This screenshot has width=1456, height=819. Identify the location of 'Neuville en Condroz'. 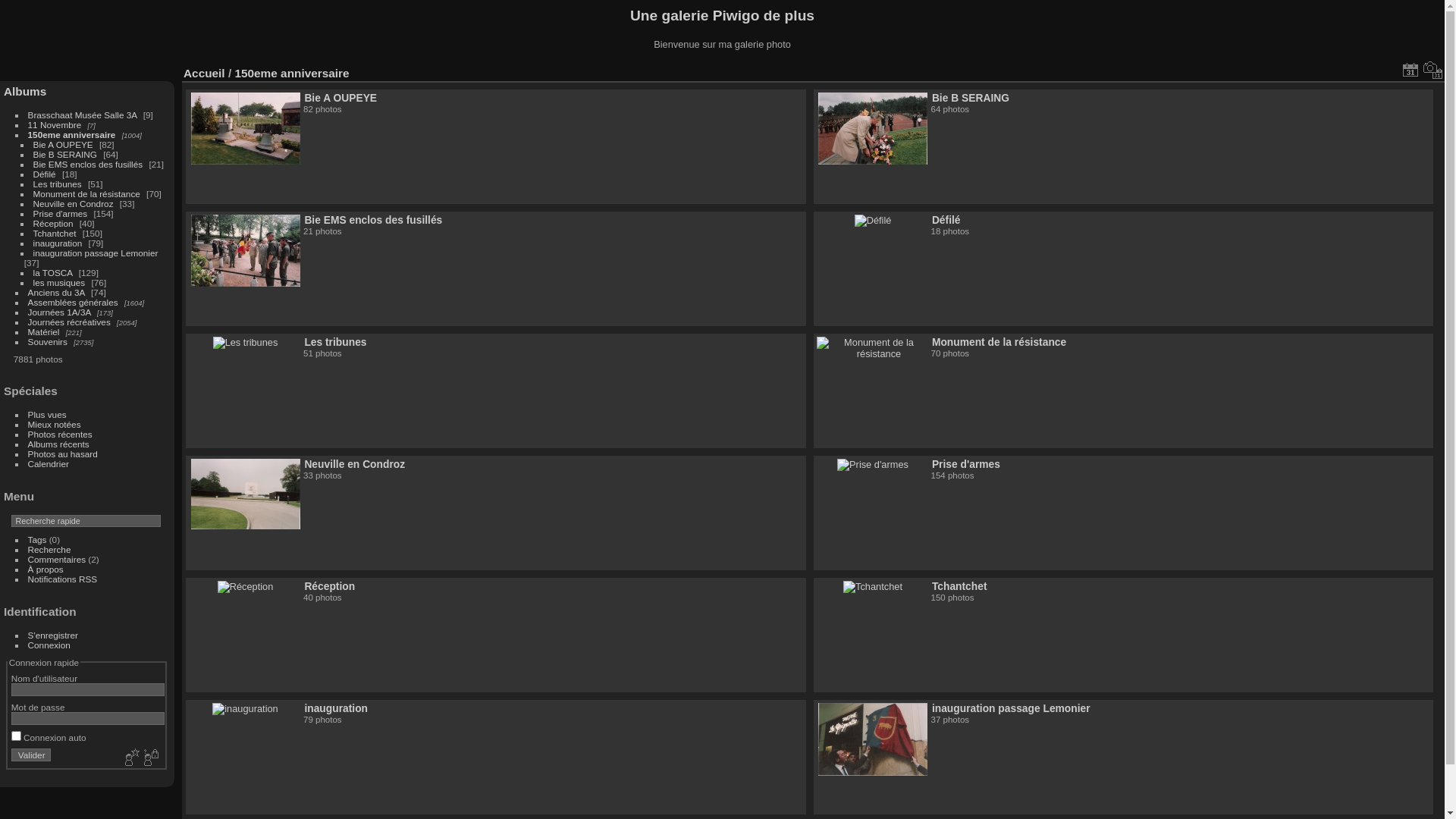
(33, 202).